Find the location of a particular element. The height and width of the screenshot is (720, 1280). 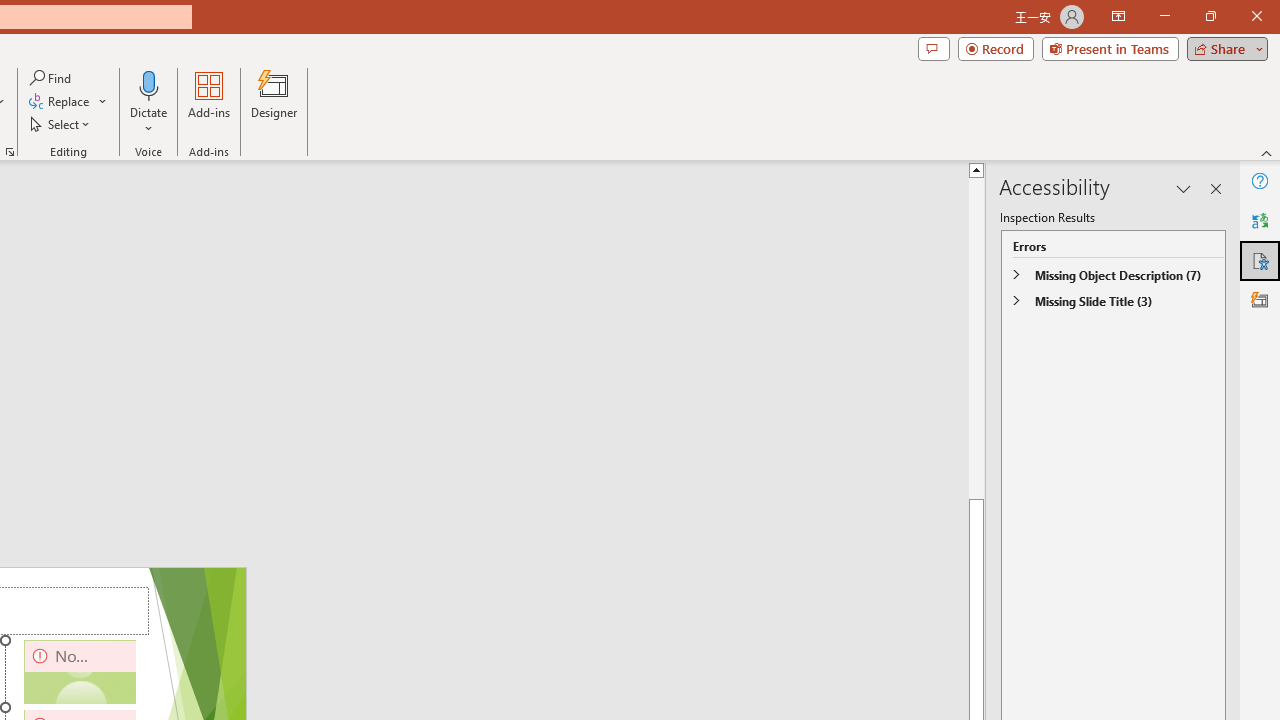

'Camera 5, No camera detected.' is located at coordinates (80, 672).